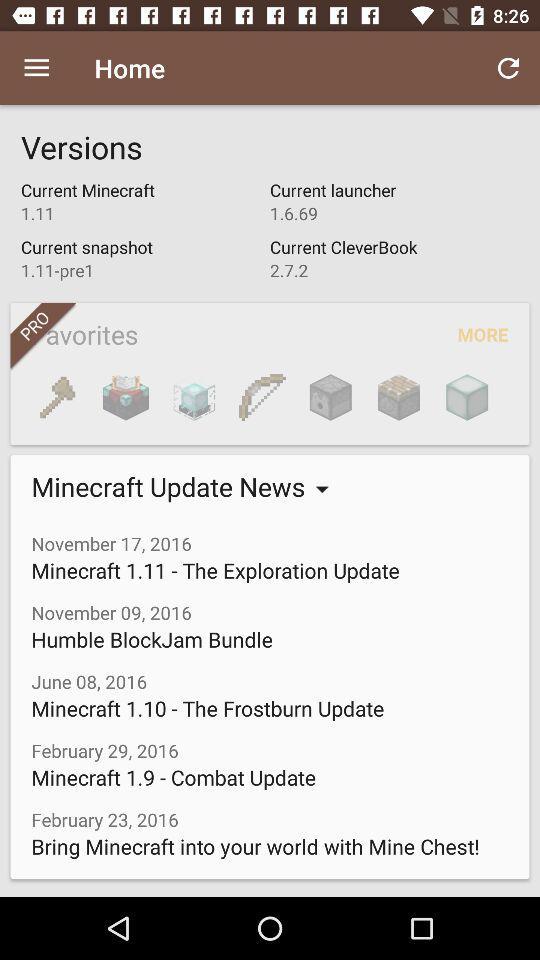  Describe the element at coordinates (194, 396) in the screenshot. I see `item` at that location.